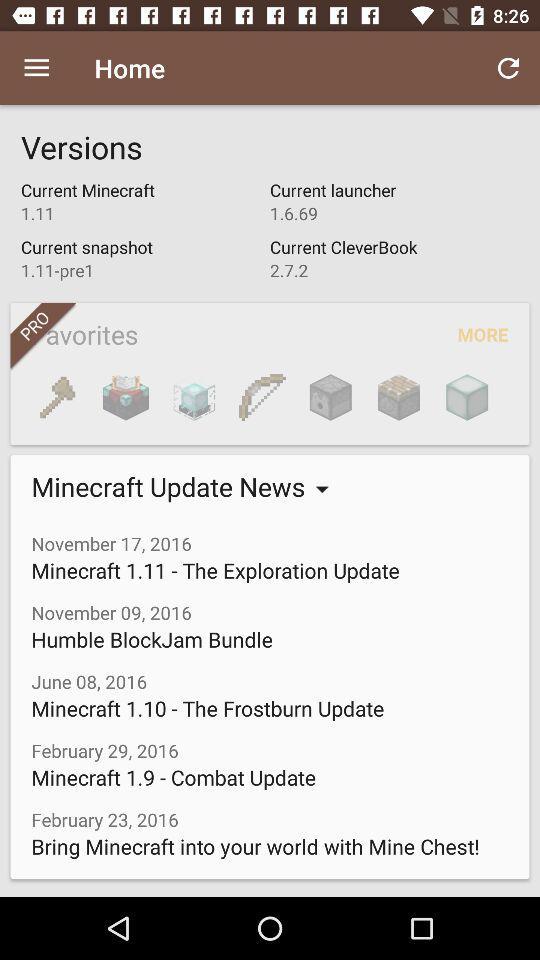  Describe the element at coordinates (194, 396) in the screenshot. I see `item` at that location.